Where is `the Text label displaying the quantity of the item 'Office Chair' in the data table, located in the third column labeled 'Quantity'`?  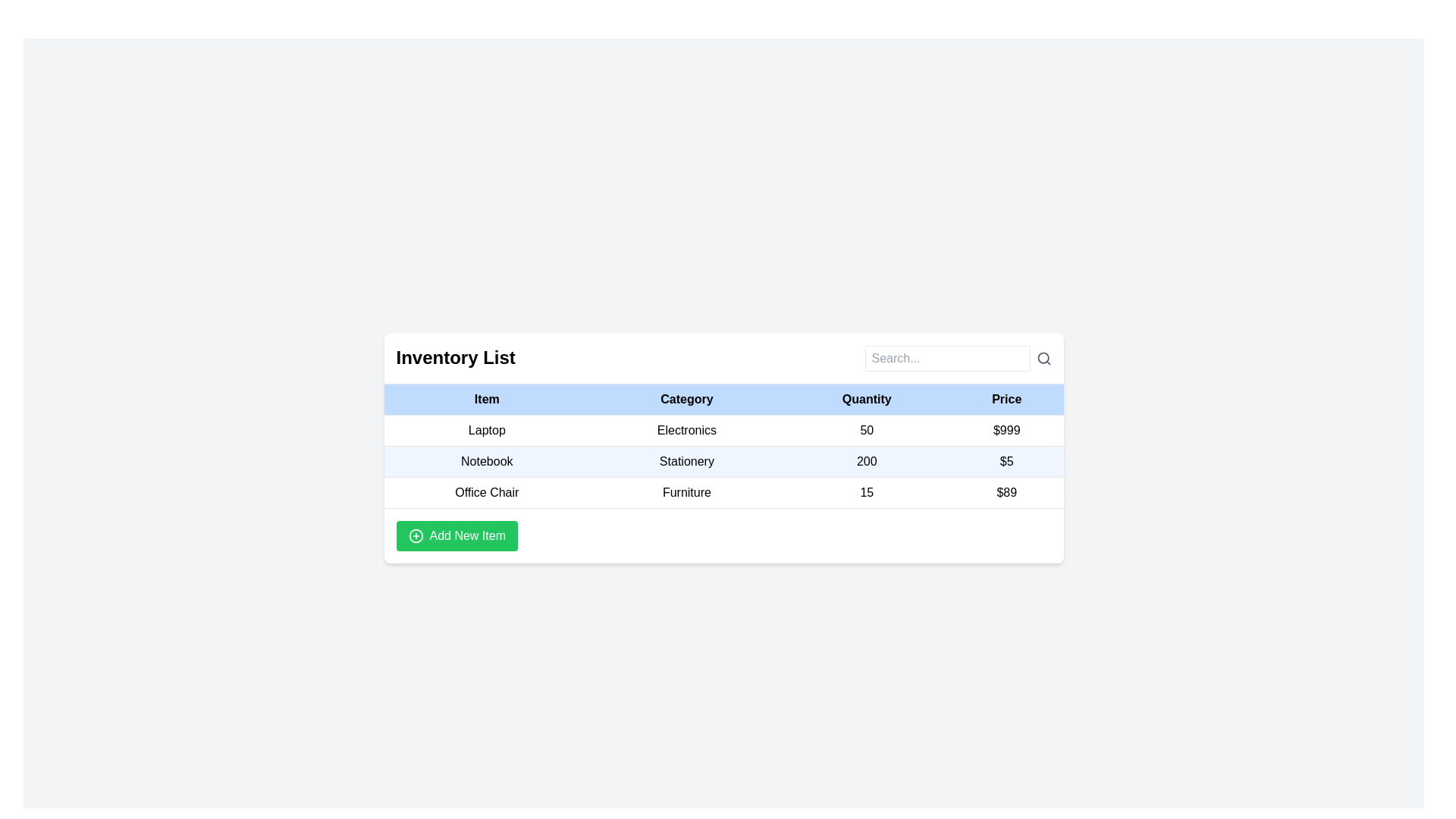 the Text label displaying the quantity of the item 'Office Chair' in the data table, located in the third column labeled 'Quantity' is located at coordinates (867, 492).